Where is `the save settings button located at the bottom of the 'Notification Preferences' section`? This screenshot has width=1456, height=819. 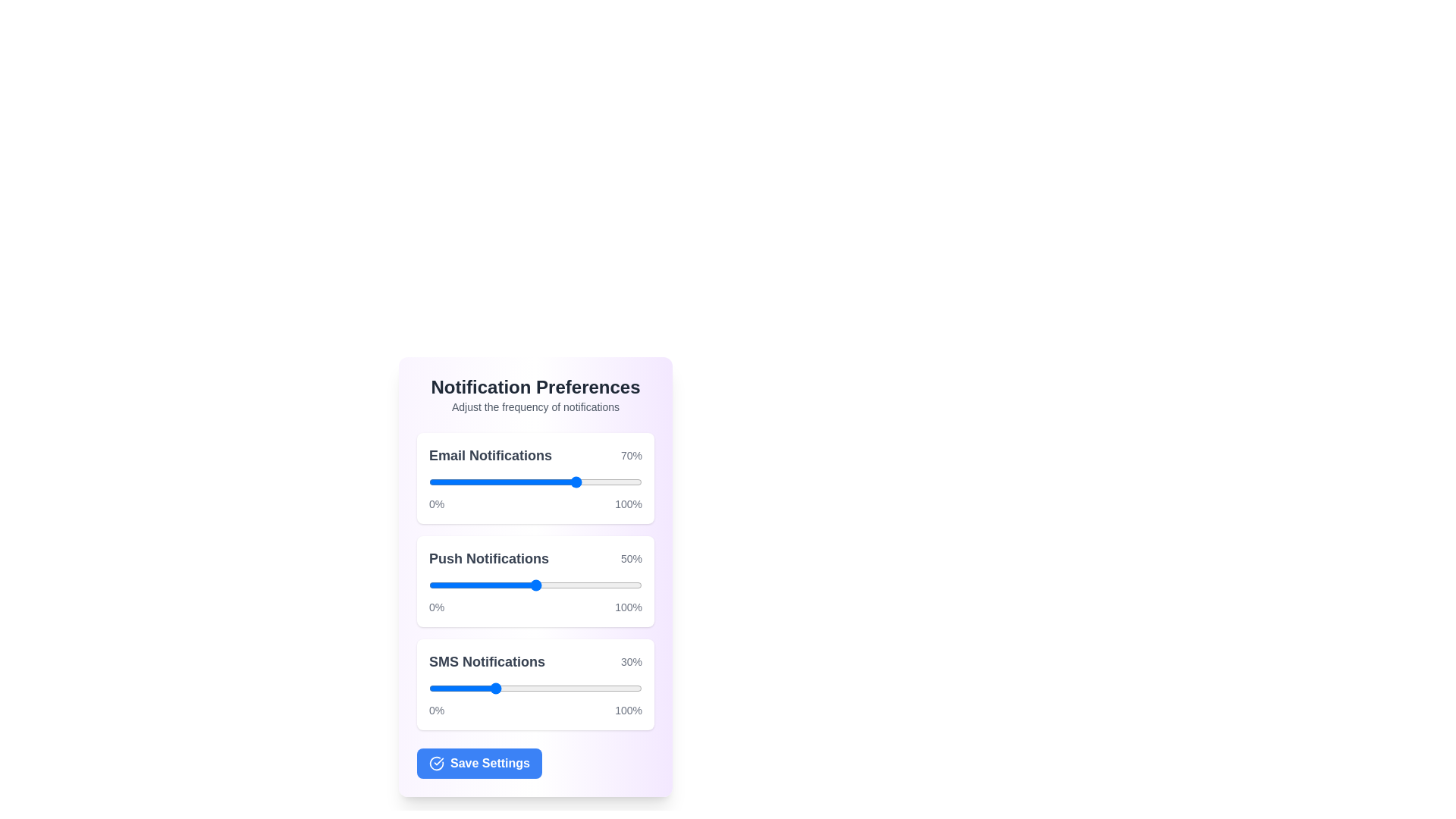 the save settings button located at the bottom of the 'Notification Preferences' section is located at coordinates (479, 763).